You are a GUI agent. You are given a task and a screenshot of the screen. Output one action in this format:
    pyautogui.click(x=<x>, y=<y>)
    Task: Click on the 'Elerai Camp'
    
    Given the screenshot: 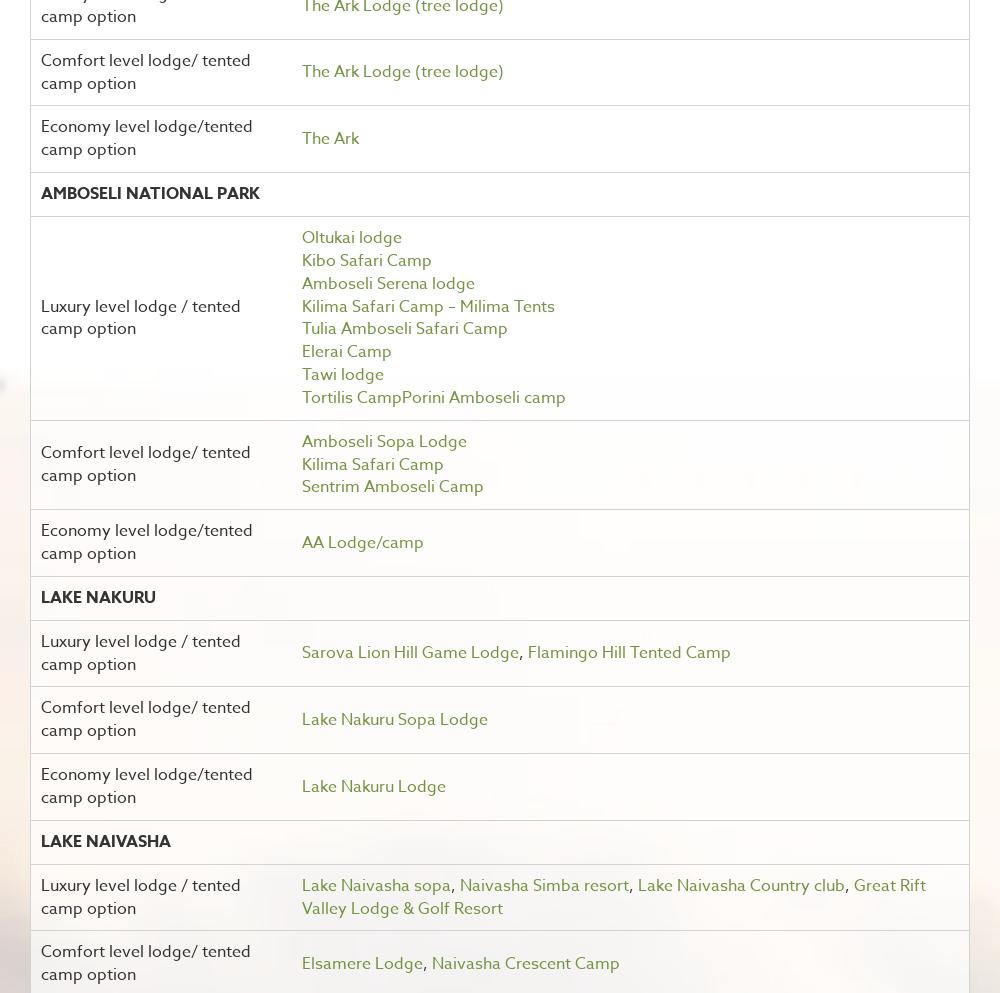 What is the action you would take?
    pyautogui.click(x=345, y=352)
    